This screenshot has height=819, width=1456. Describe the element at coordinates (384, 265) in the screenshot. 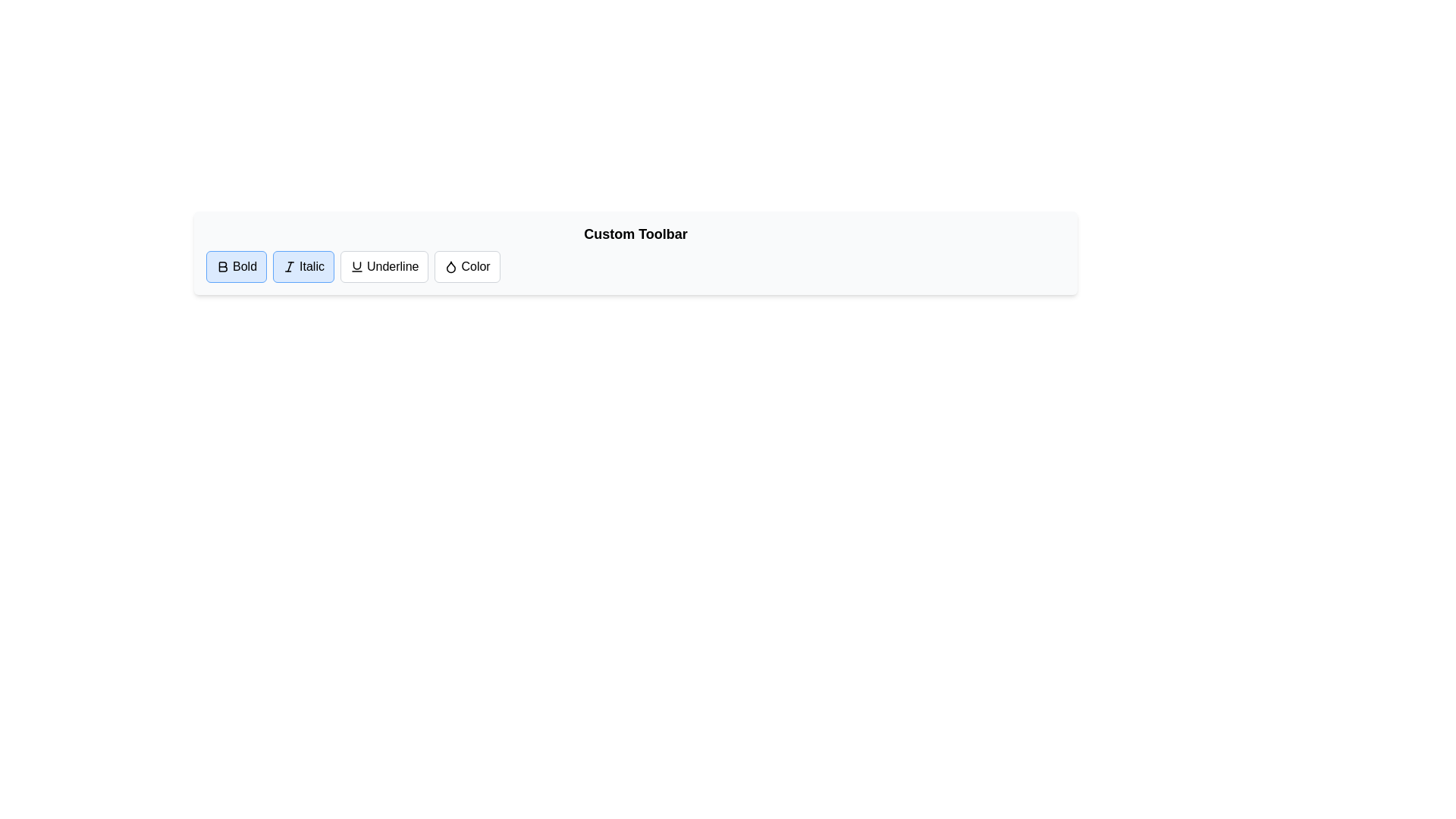

I see `the 'Underline' button, which is a rectangular button with rounded corners, white background, light gray border, and contains an icon depicting an underlined 'U' and the text label 'Underline'` at that location.